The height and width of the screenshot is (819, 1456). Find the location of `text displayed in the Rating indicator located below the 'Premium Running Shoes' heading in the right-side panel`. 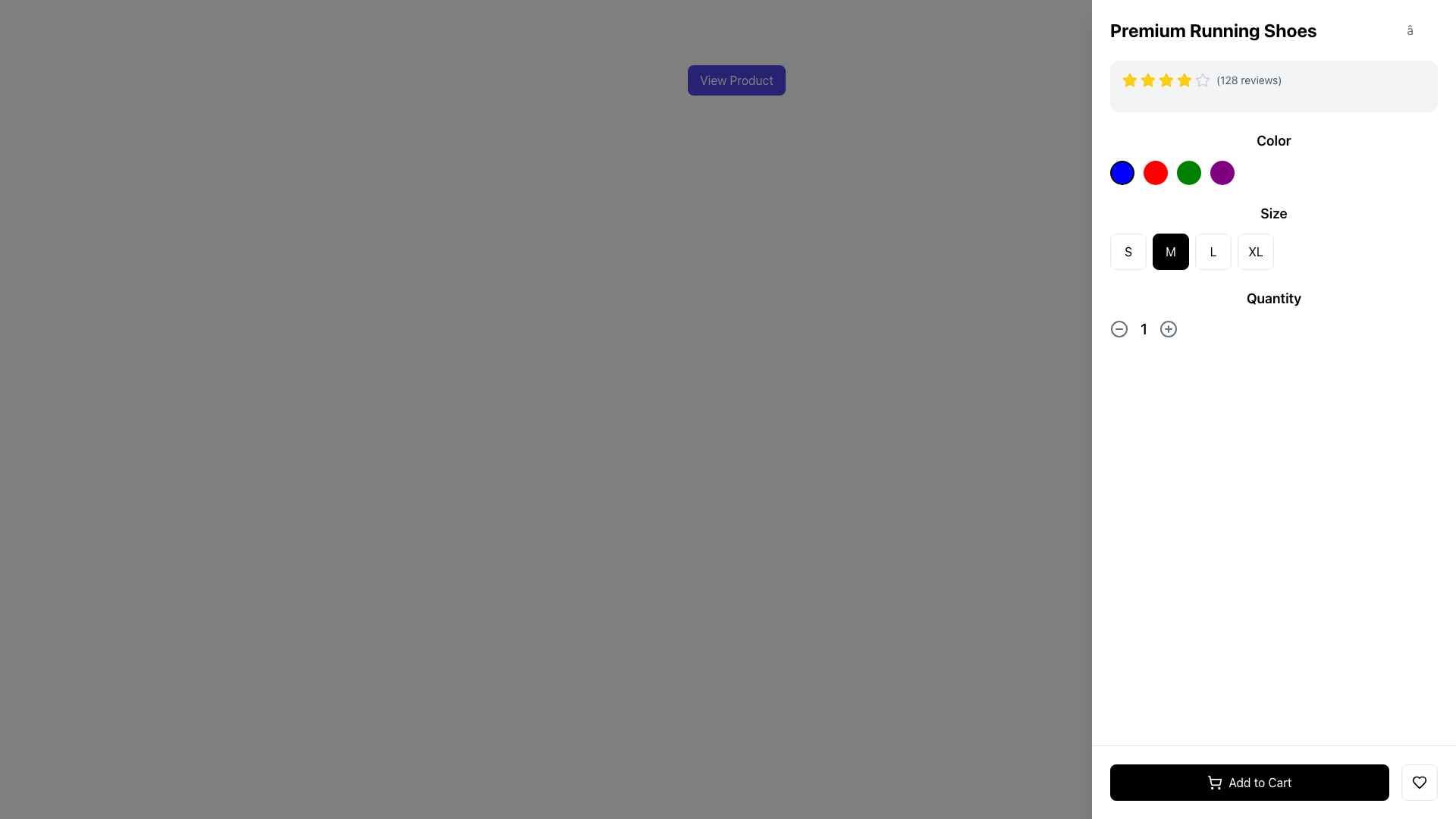

text displayed in the Rating indicator located below the 'Premium Running Shoes' heading in the right-side panel is located at coordinates (1274, 86).